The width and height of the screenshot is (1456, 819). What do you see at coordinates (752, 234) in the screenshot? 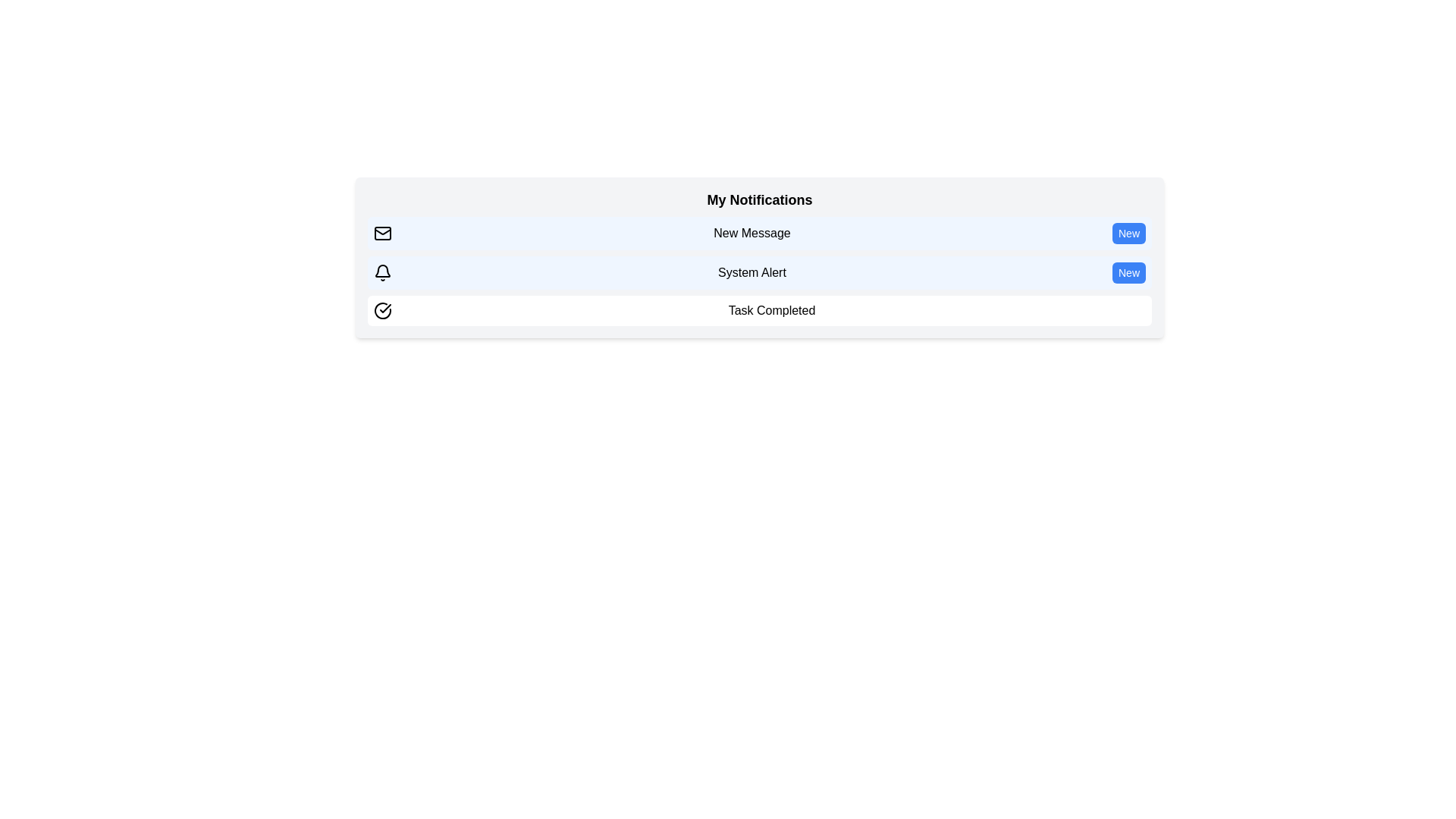
I see `the 'New Message' label in the second row of the notification list, which is centrally positioned between an envelope icon and a 'New' tag` at bounding box center [752, 234].